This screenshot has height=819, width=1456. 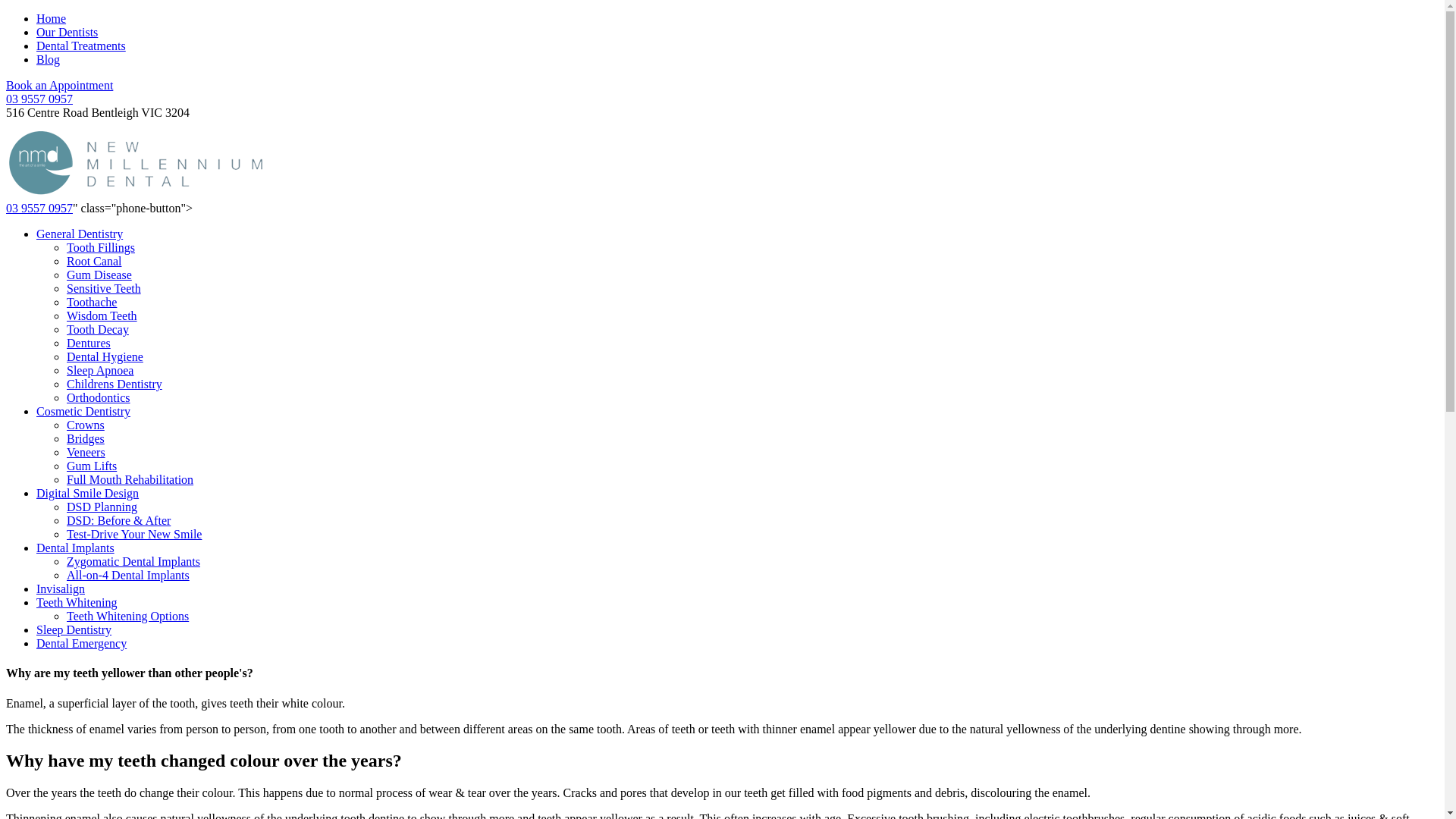 What do you see at coordinates (98, 275) in the screenshot?
I see `'Gum Disease'` at bounding box center [98, 275].